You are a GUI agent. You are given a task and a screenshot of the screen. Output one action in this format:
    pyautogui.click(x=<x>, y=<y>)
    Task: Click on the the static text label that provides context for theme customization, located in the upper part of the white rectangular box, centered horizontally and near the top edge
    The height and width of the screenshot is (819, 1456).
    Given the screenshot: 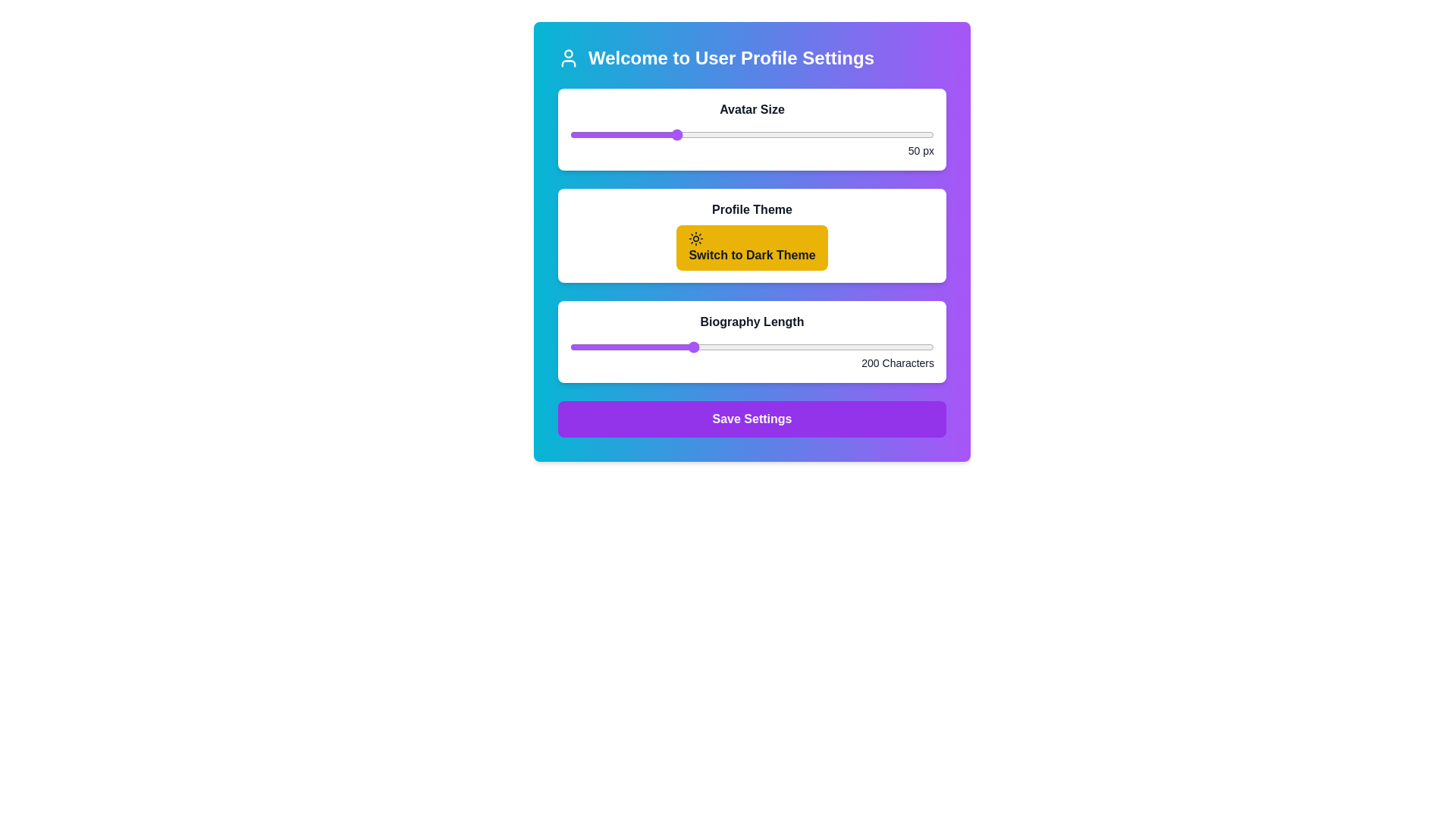 What is the action you would take?
    pyautogui.click(x=752, y=210)
    